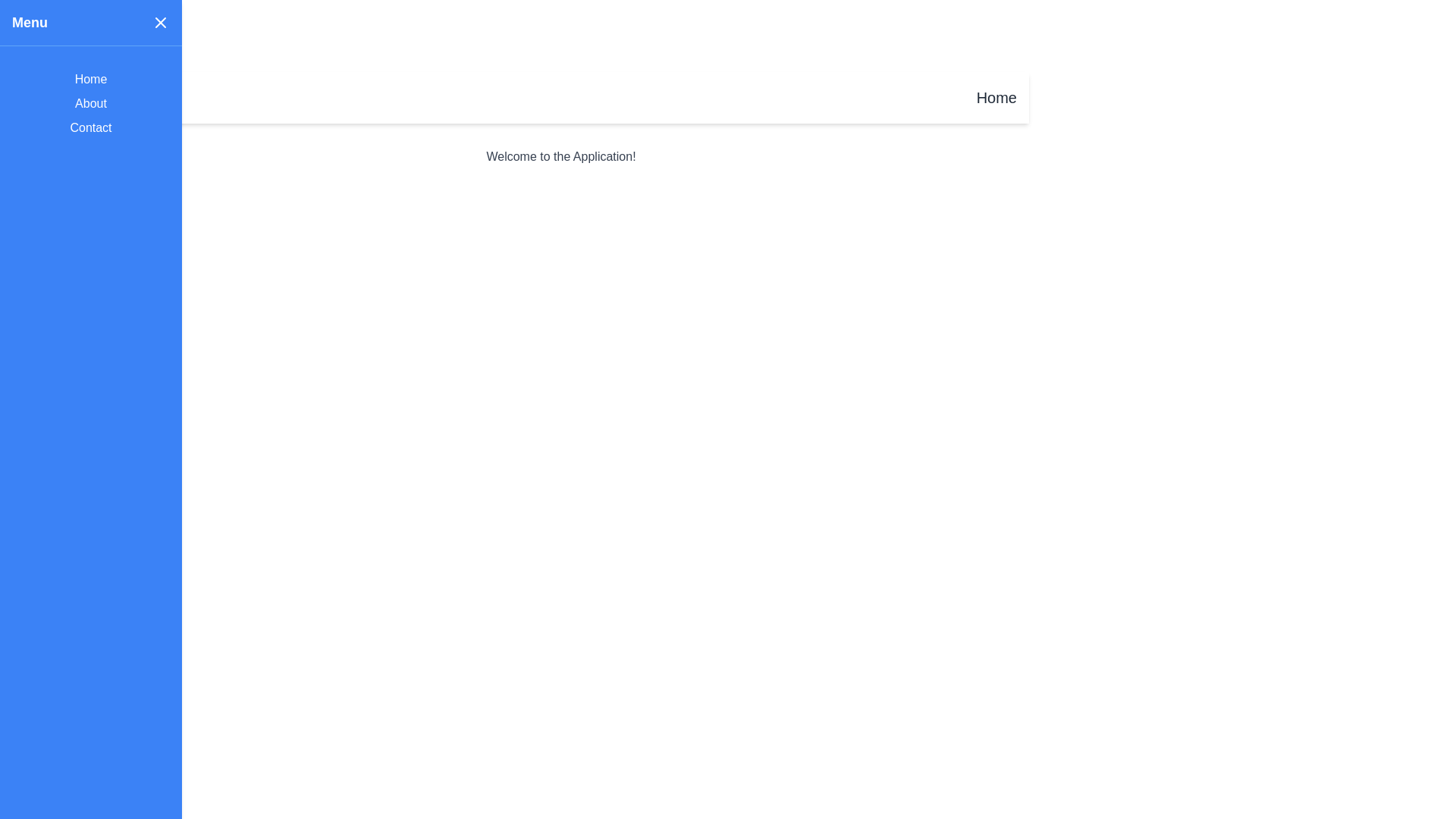 Image resolution: width=1456 pixels, height=819 pixels. I want to click on the 'Home' text label, which is bold and dark gray, located in the upper-right corner of the application interface, so click(996, 97).